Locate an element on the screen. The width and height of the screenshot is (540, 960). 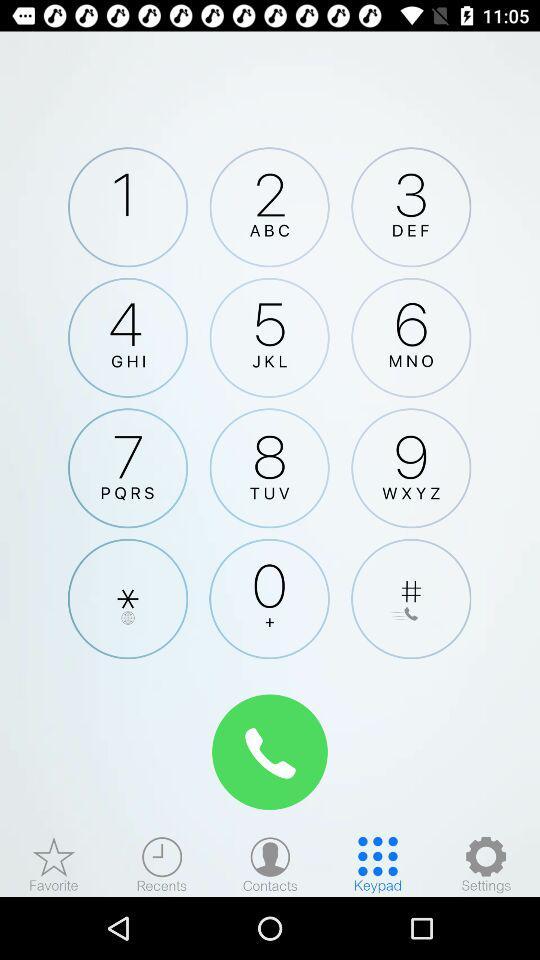
3 is located at coordinates (410, 207).